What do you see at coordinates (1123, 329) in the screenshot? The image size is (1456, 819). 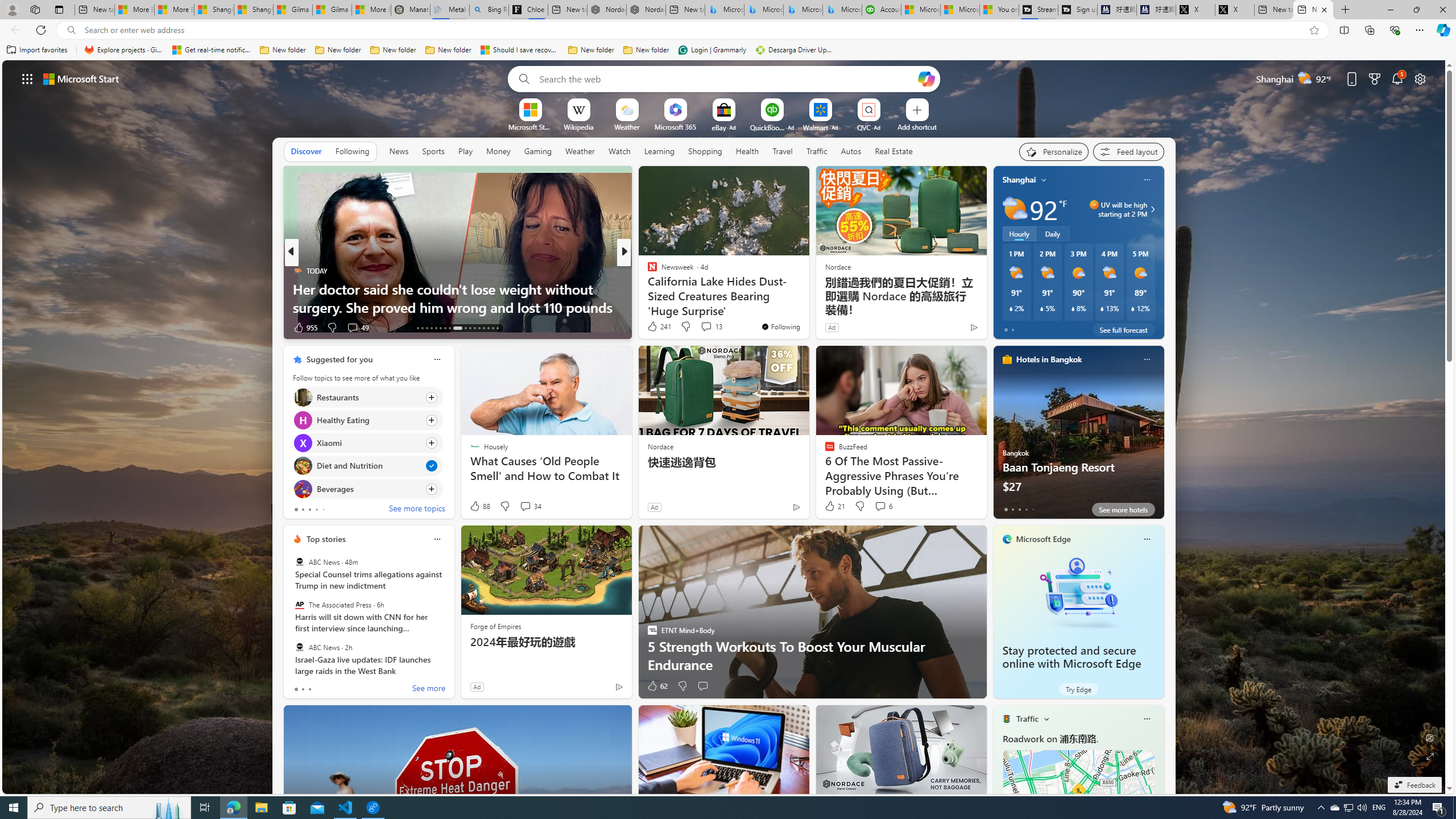 I see `'See full forecast'` at bounding box center [1123, 329].